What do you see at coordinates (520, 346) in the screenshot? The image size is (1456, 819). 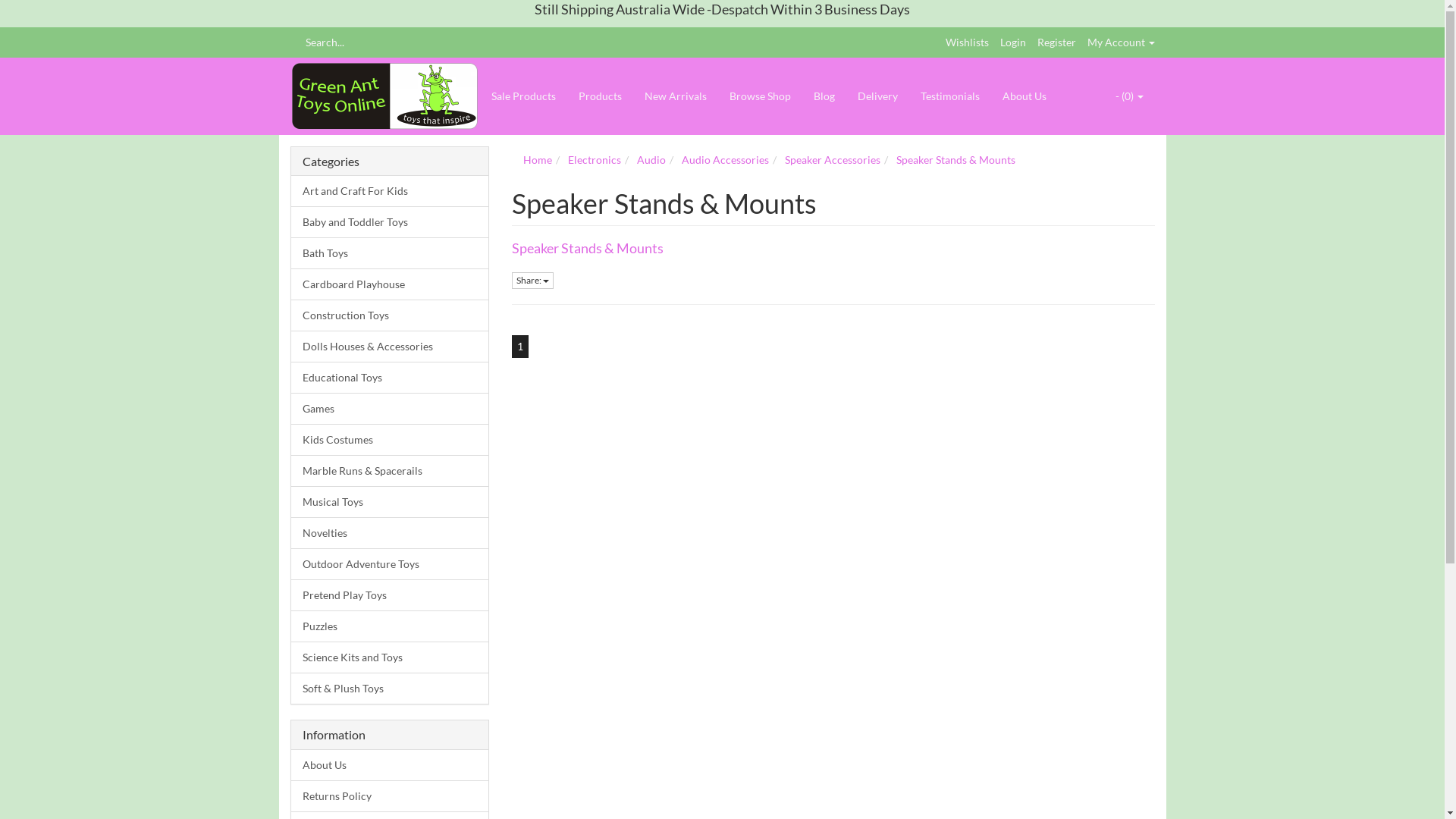 I see `'1'` at bounding box center [520, 346].